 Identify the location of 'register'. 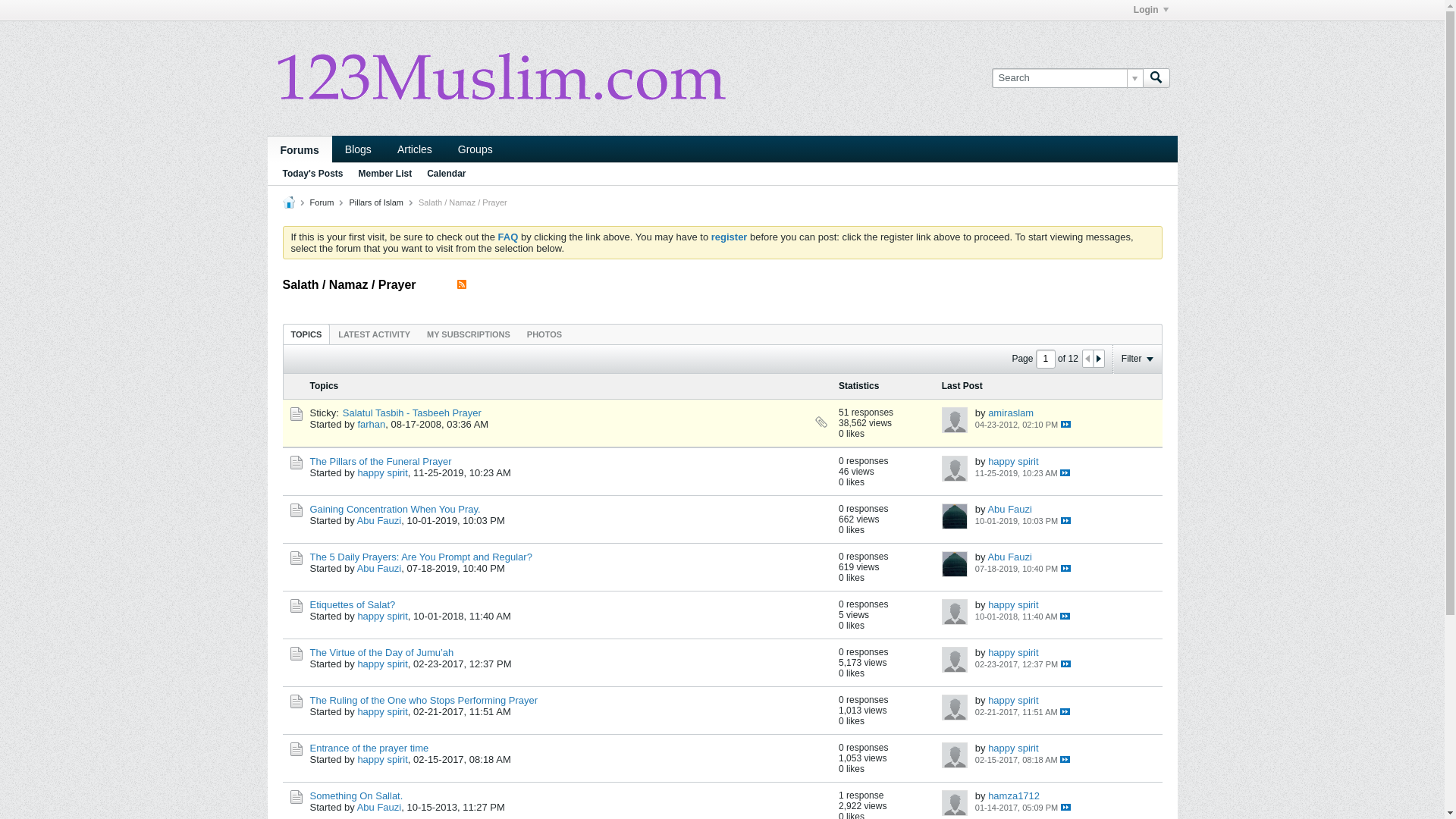
(729, 237).